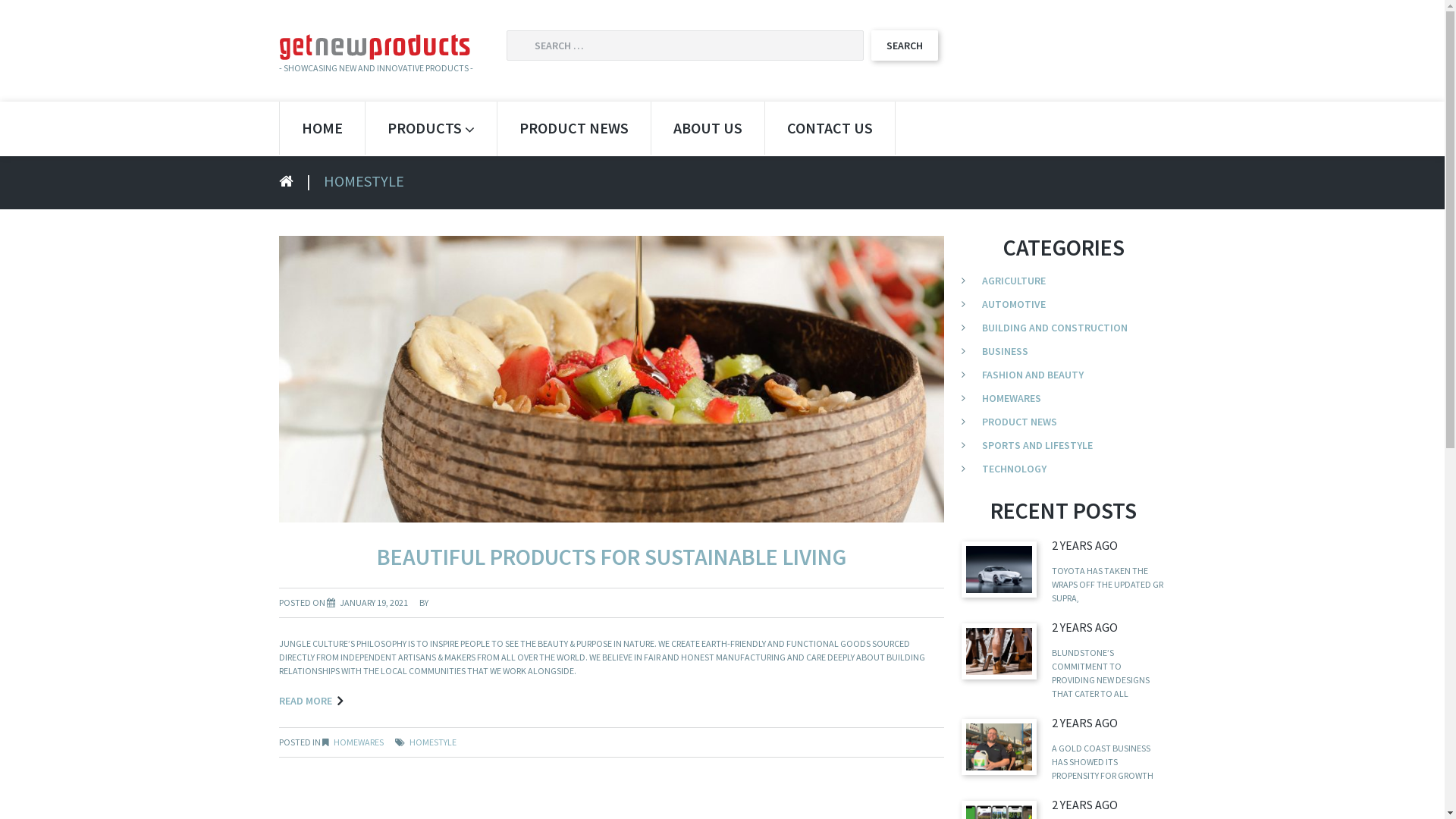 This screenshot has height=819, width=1456. I want to click on 'HOMESTYLE', so click(432, 741).